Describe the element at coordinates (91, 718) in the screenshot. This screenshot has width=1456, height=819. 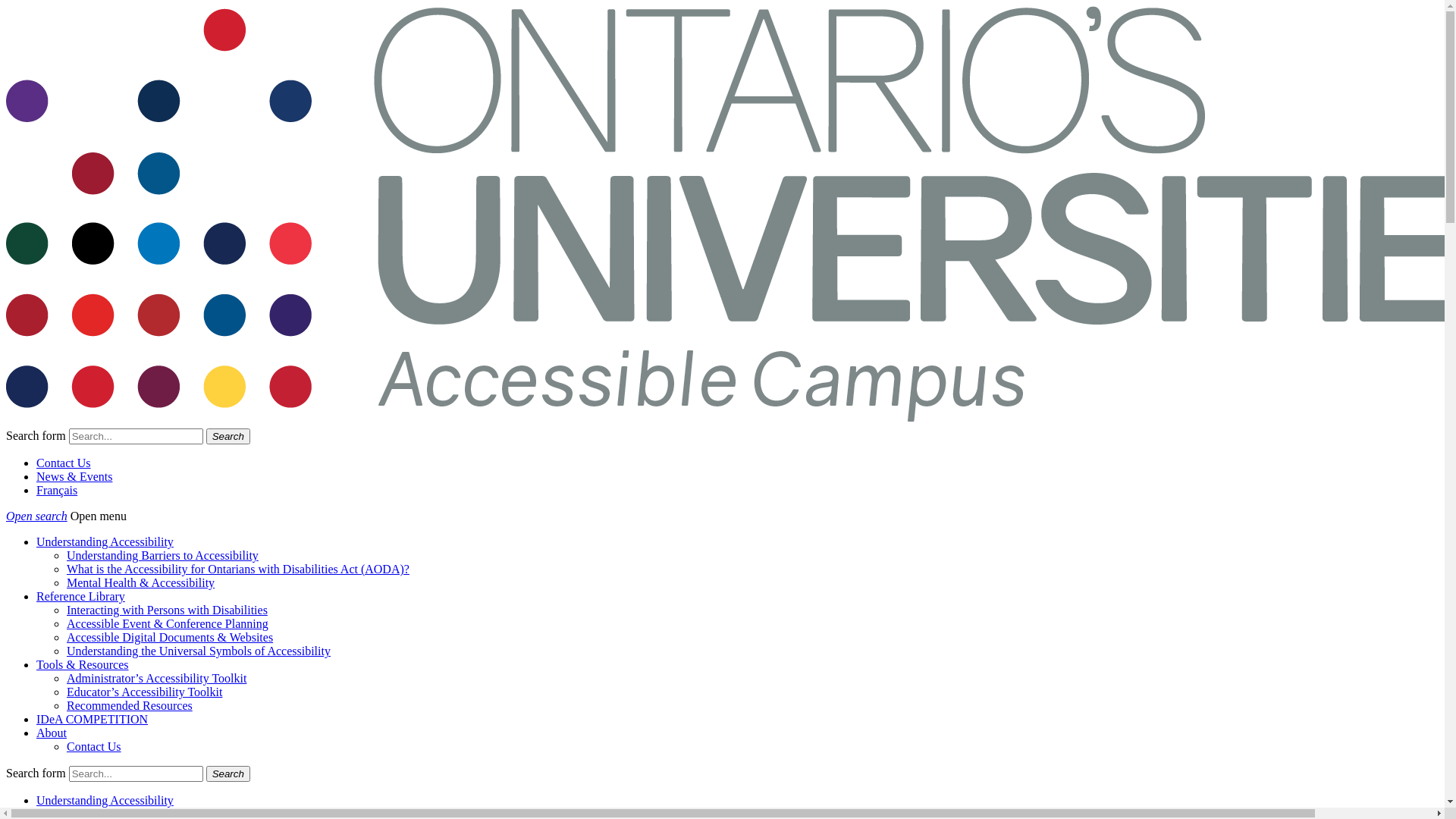
I see `'IDeA COMPETITION'` at that location.